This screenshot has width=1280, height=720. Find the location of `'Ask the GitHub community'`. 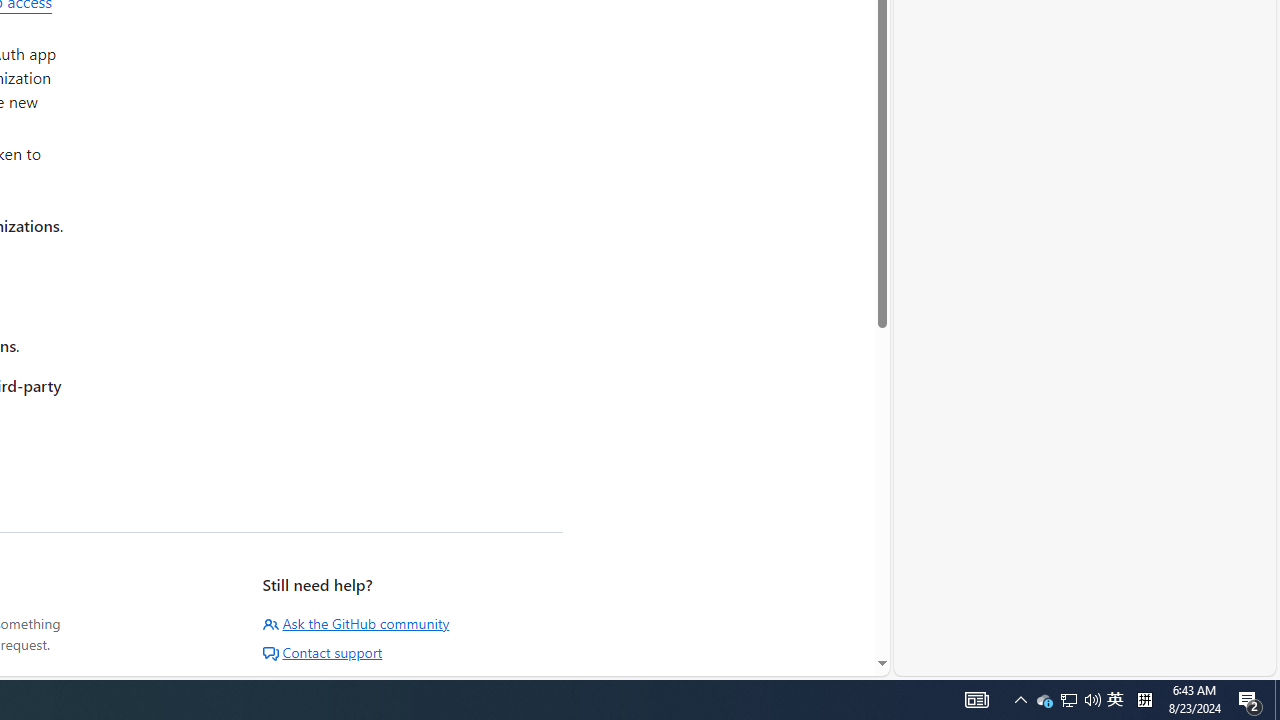

'Ask the GitHub community' is located at coordinates (356, 622).